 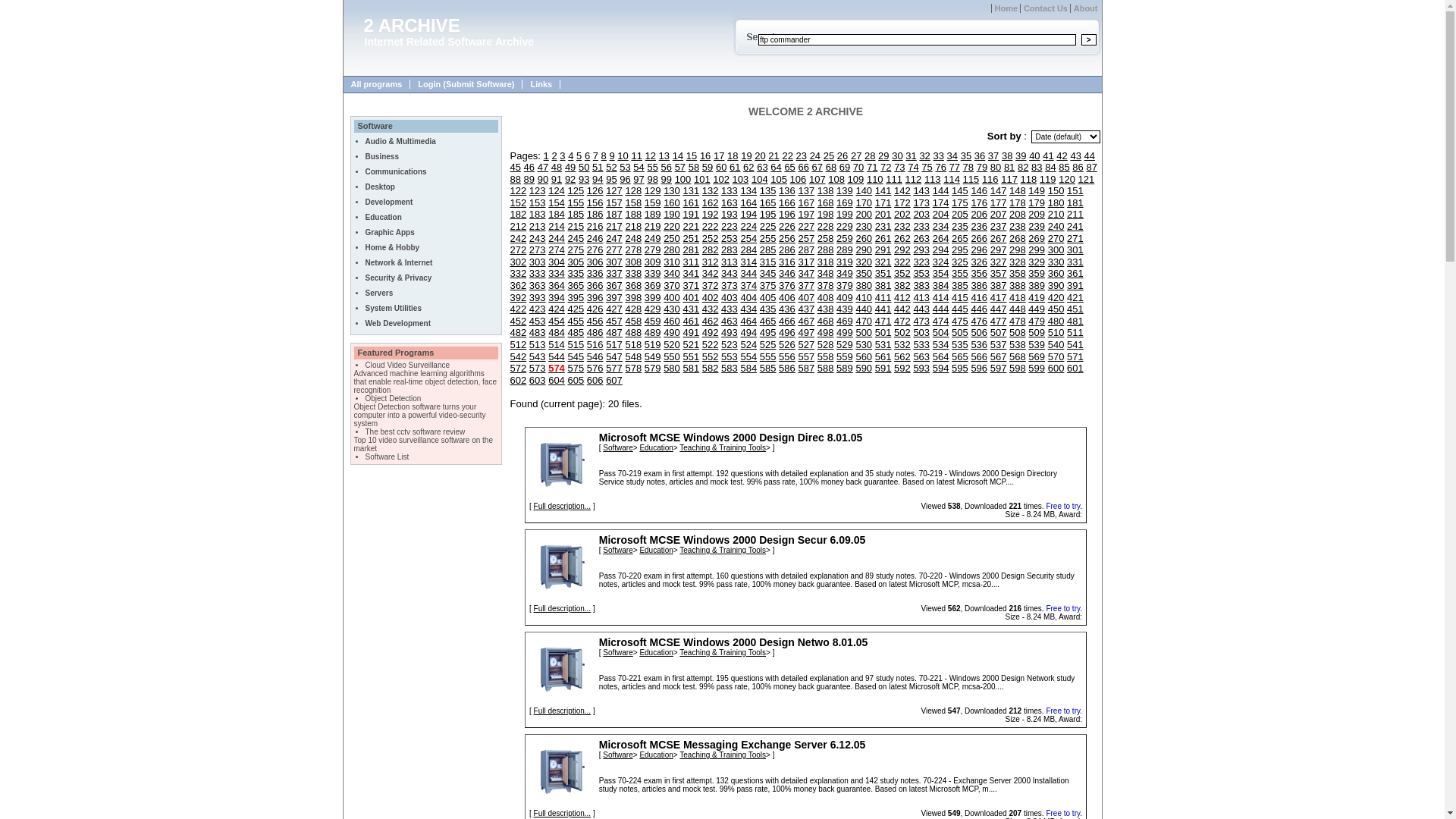 What do you see at coordinates (570, 155) in the screenshot?
I see `'4'` at bounding box center [570, 155].